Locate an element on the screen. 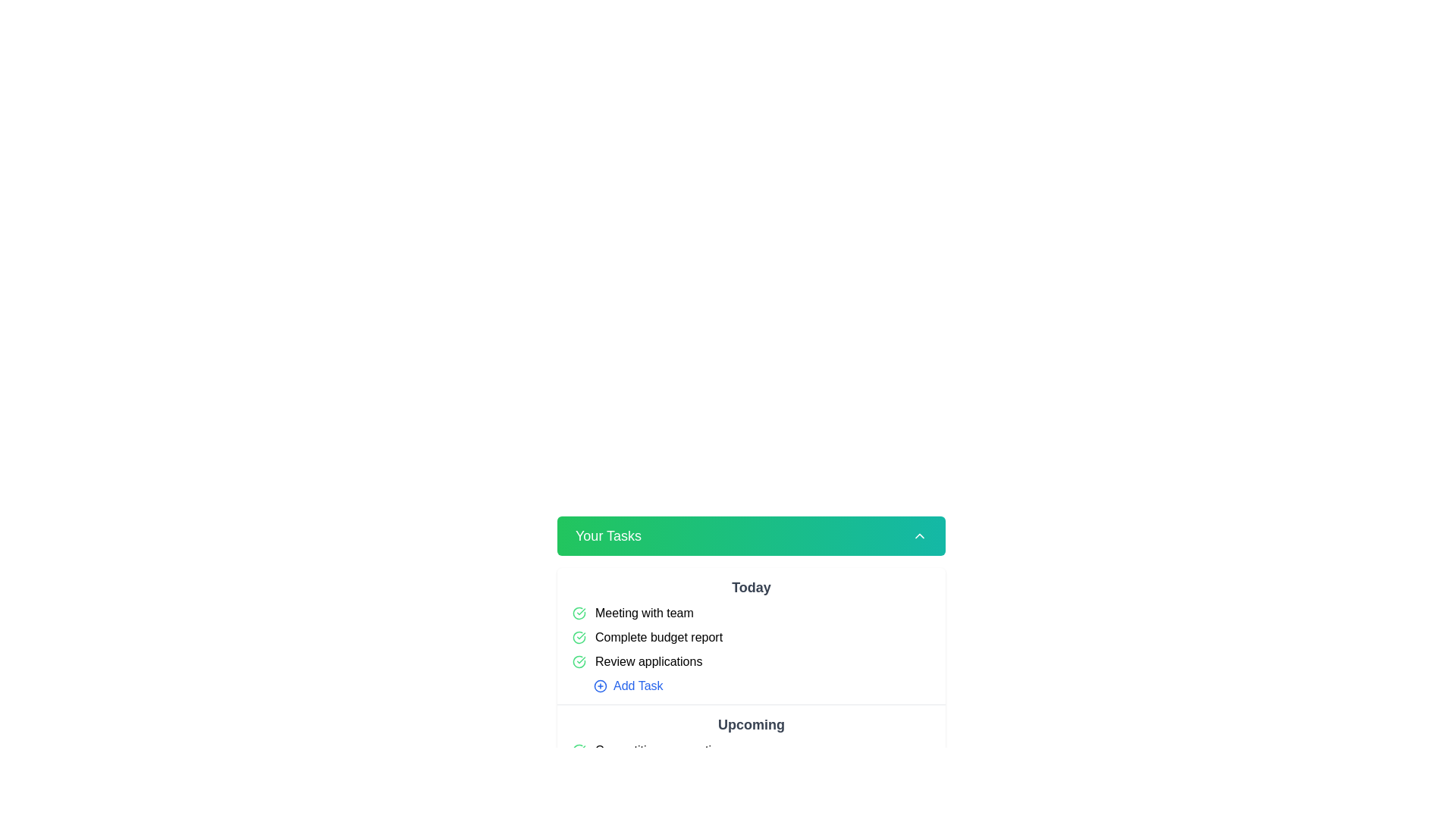 This screenshot has width=1456, height=819. the circular green checkmark icon indicating a completed action, located to the left of the 'Meeting with team' text is located at coordinates (578, 613).